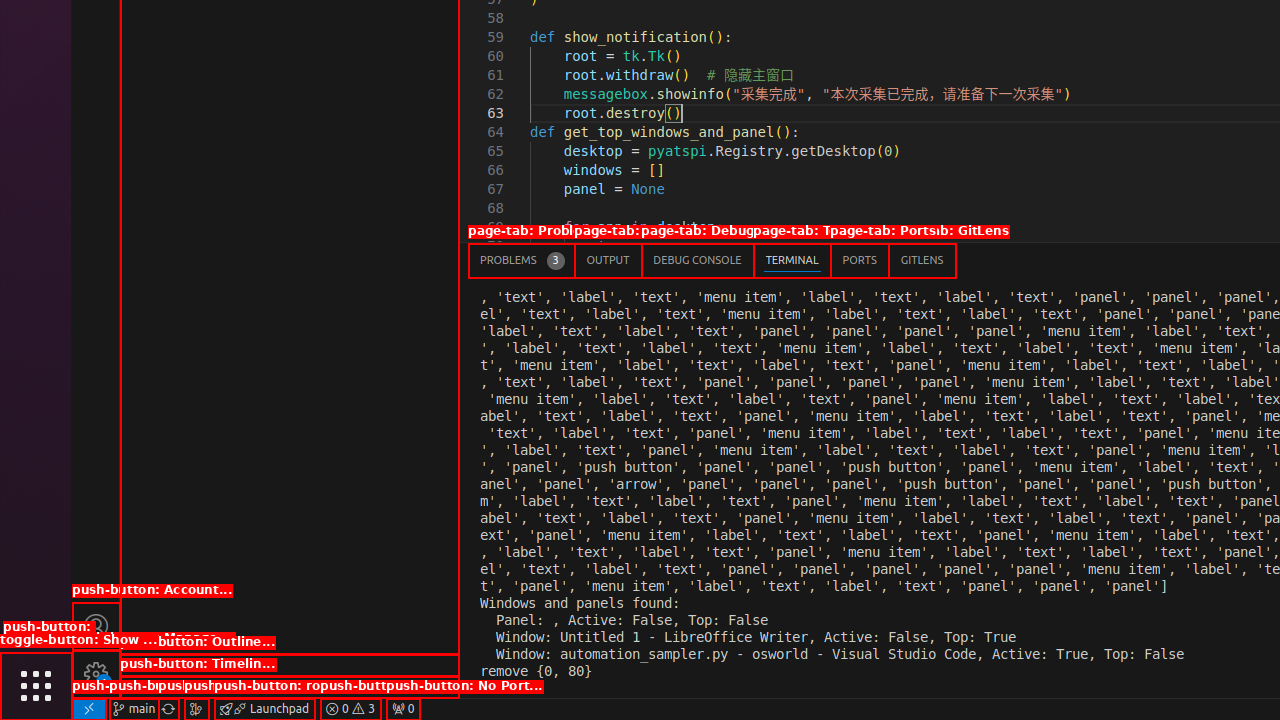 This screenshot has width=1280, height=720. Describe the element at coordinates (350, 707) in the screenshot. I see `'Warnings: 3'` at that location.